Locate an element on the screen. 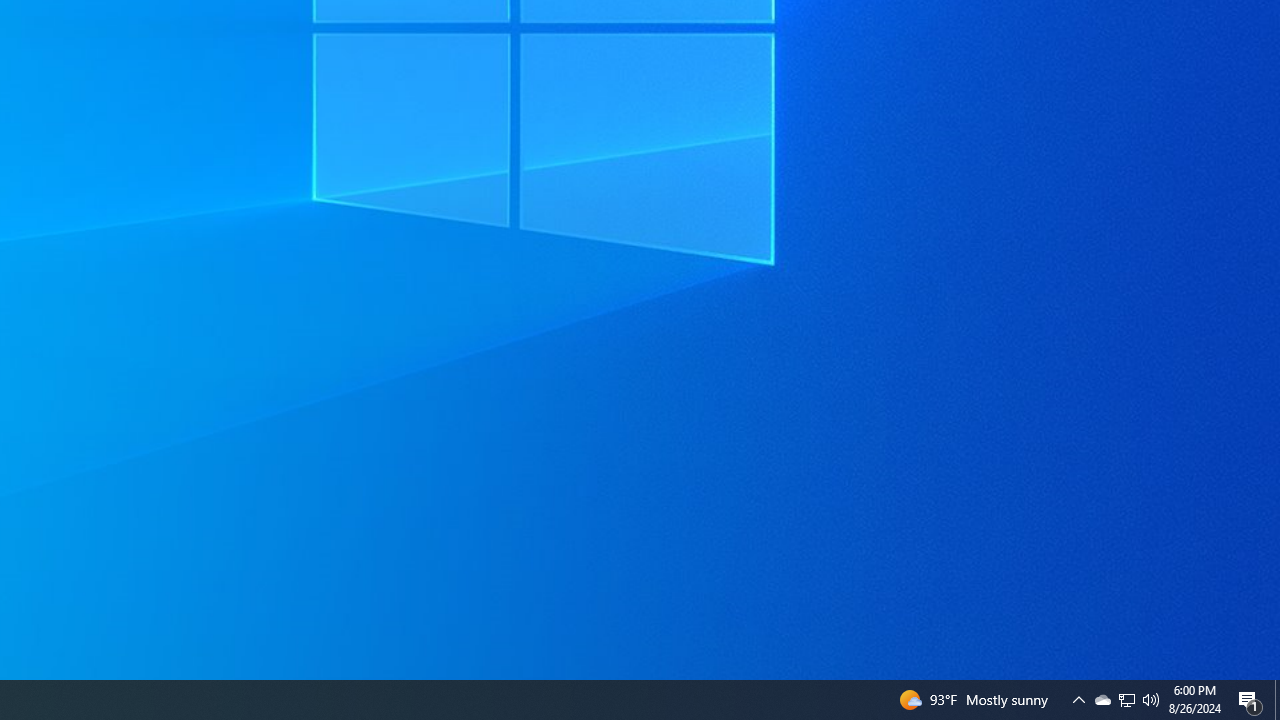  'Notification Chevron' is located at coordinates (1127, 698).